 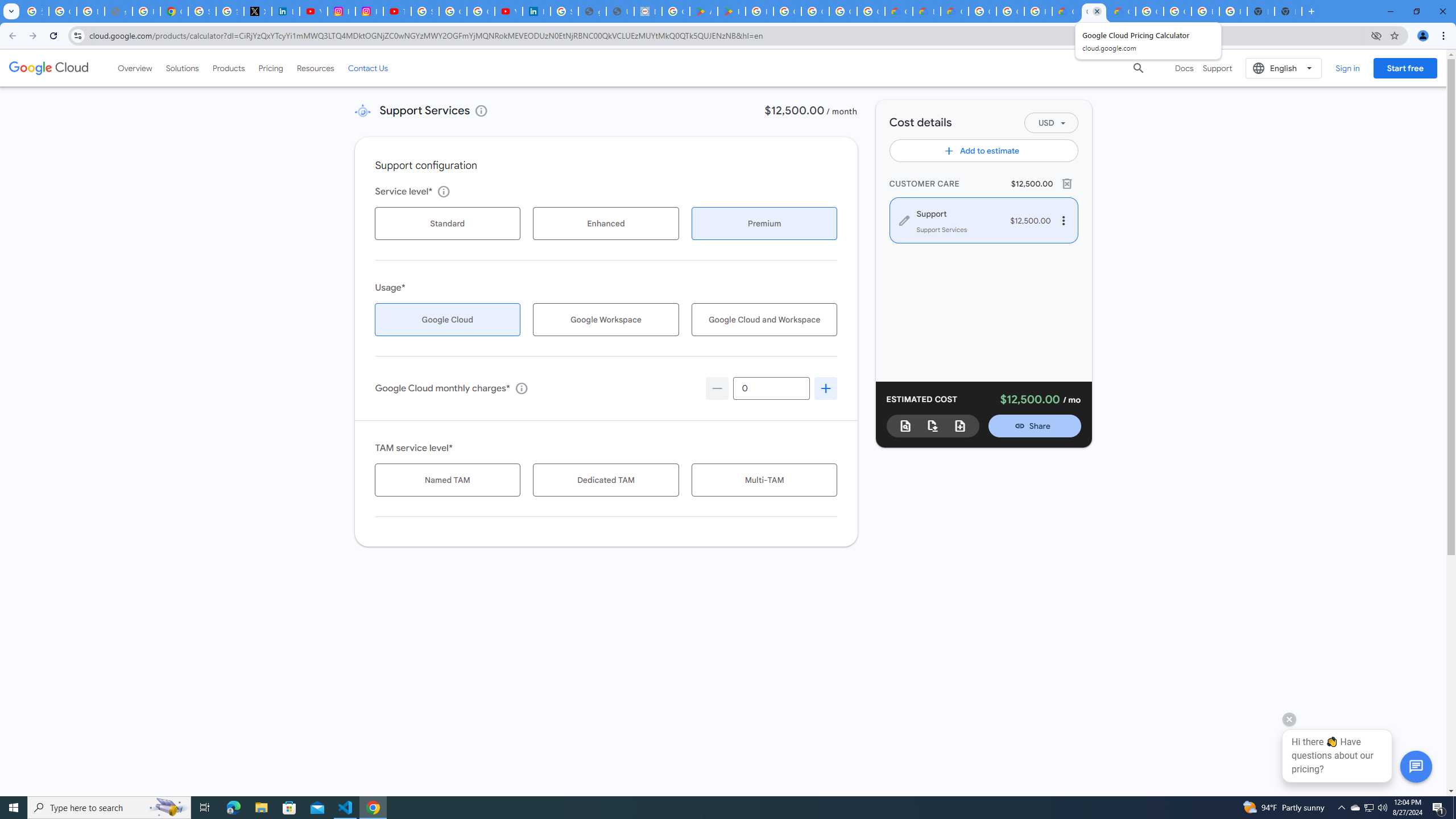 What do you see at coordinates (1405, 67) in the screenshot?
I see `'Start free'` at bounding box center [1405, 67].